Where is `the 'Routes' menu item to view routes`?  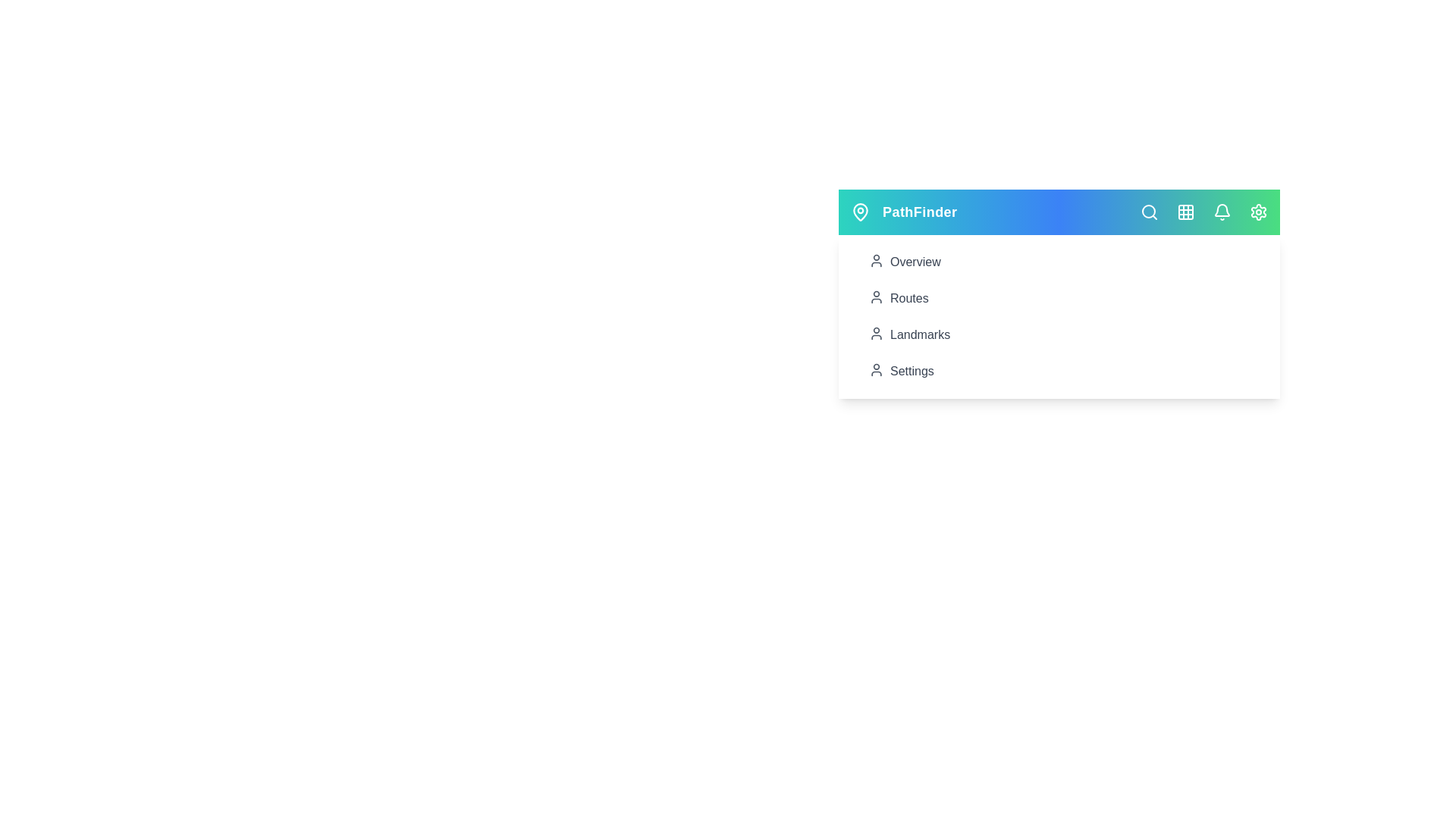 the 'Routes' menu item to view routes is located at coordinates (1058, 298).